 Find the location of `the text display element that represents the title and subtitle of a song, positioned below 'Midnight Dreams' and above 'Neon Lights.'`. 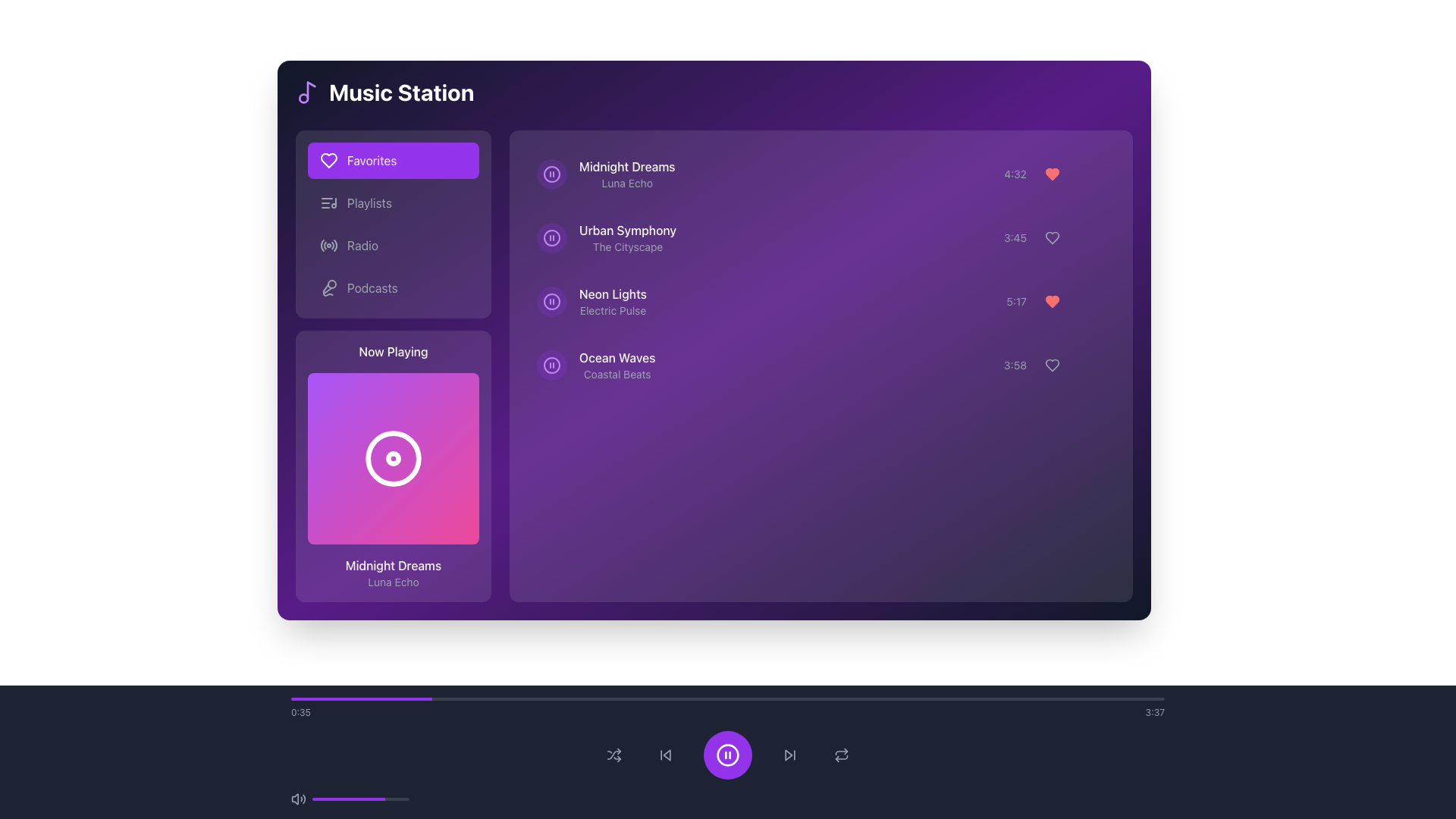

the text display element that represents the title and subtitle of a song, positioned below 'Midnight Dreams' and above 'Neon Lights.' is located at coordinates (607, 237).